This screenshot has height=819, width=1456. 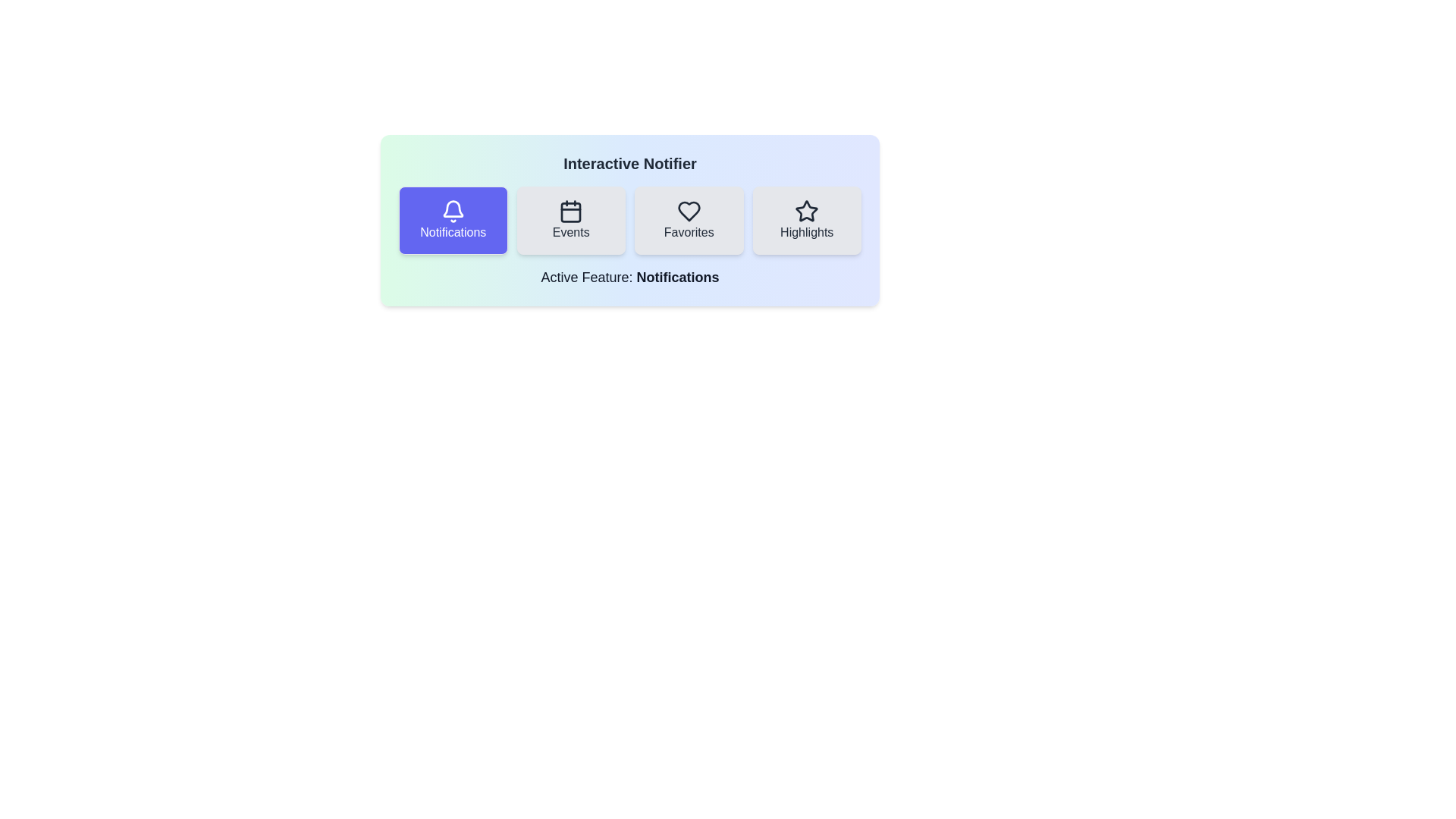 What do you see at coordinates (688, 220) in the screenshot?
I see `the feature Favorites by clicking on its button` at bounding box center [688, 220].